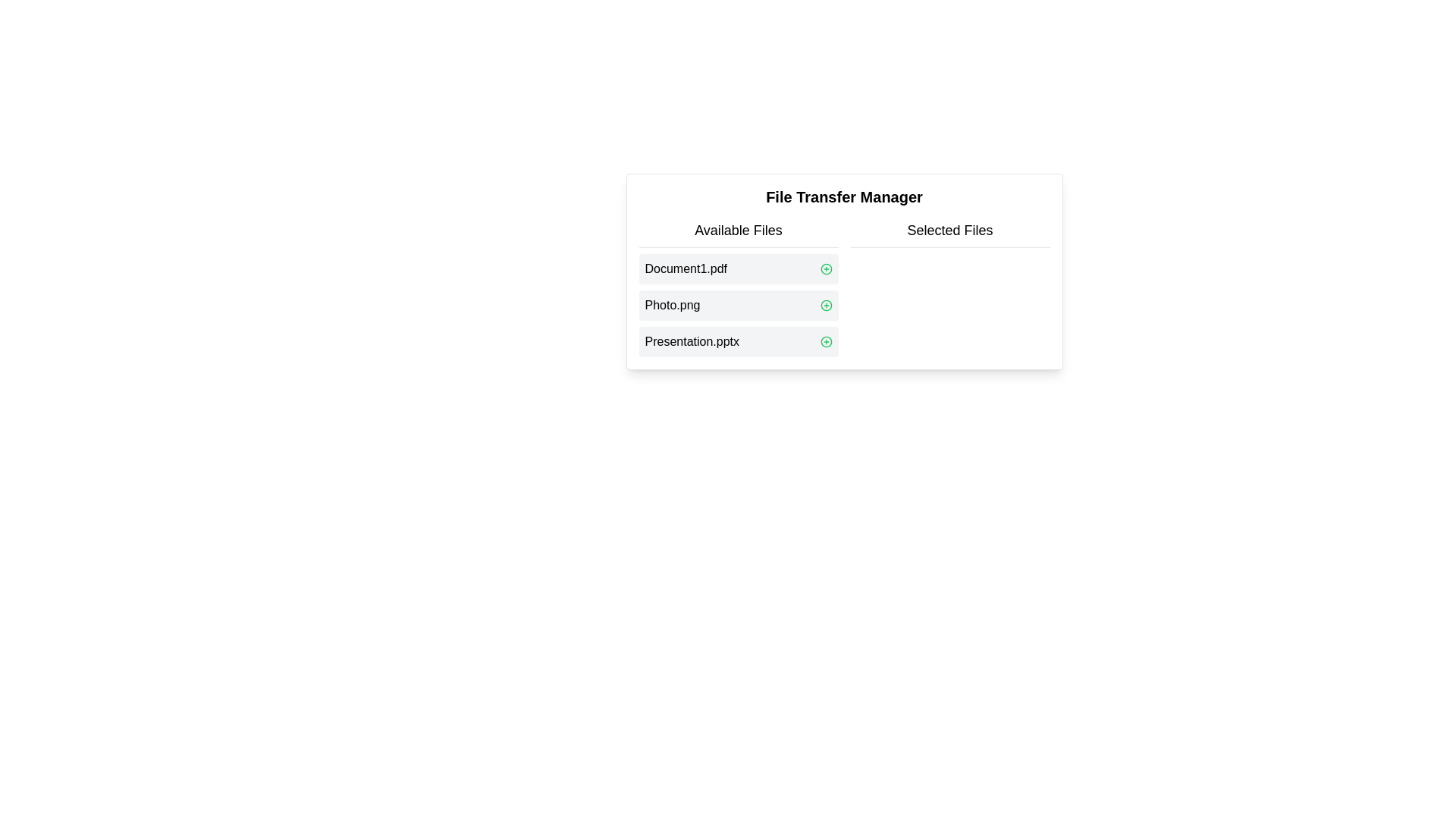 The width and height of the screenshot is (1456, 819). I want to click on the Text Label that identifies the section containing files available for selection in the file manager, positioned to the left of the 'Selected Files' header, so click(739, 234).